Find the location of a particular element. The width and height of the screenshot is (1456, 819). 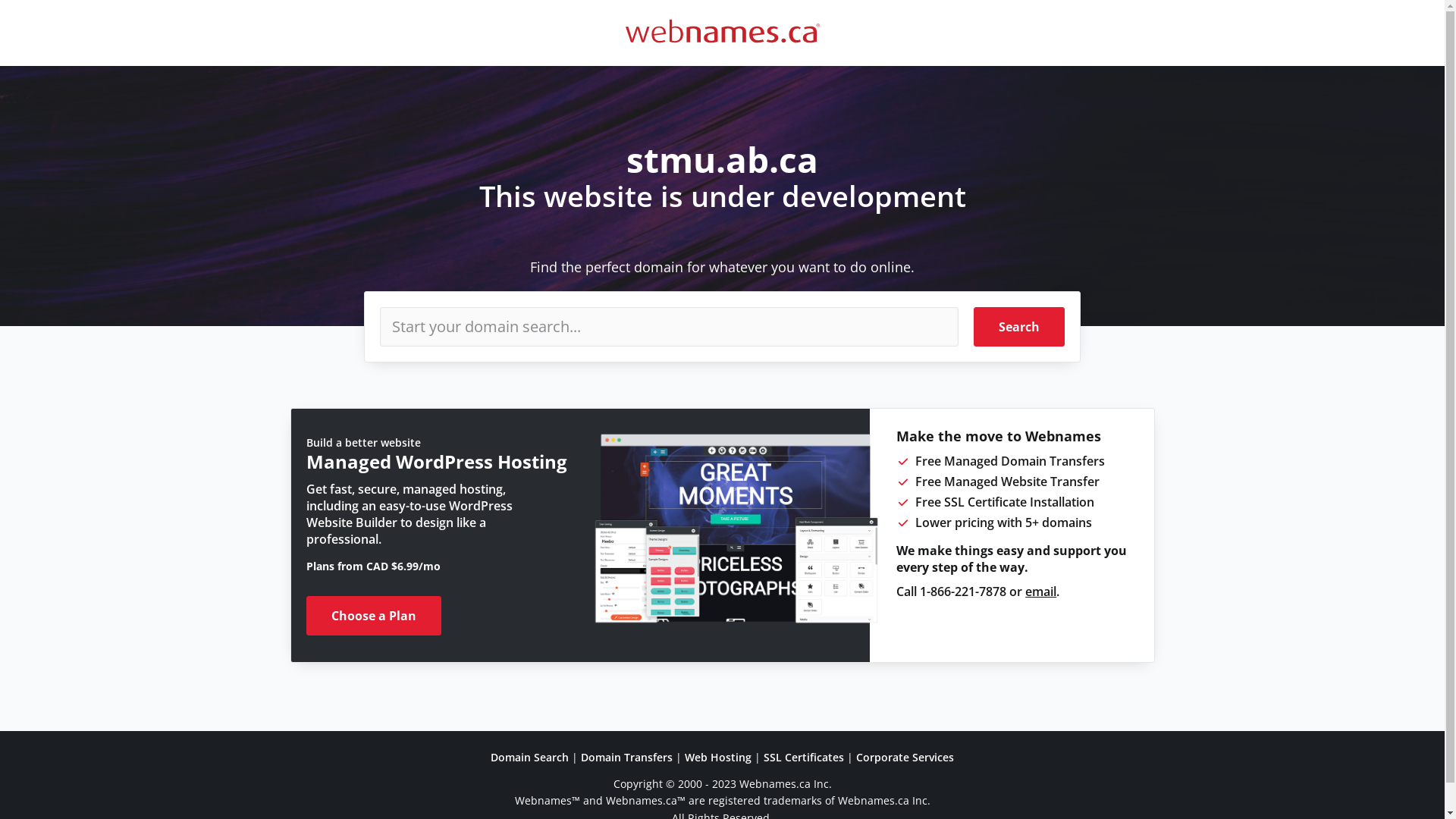

'Domain Transfers' is located at coordinates (626, 757).